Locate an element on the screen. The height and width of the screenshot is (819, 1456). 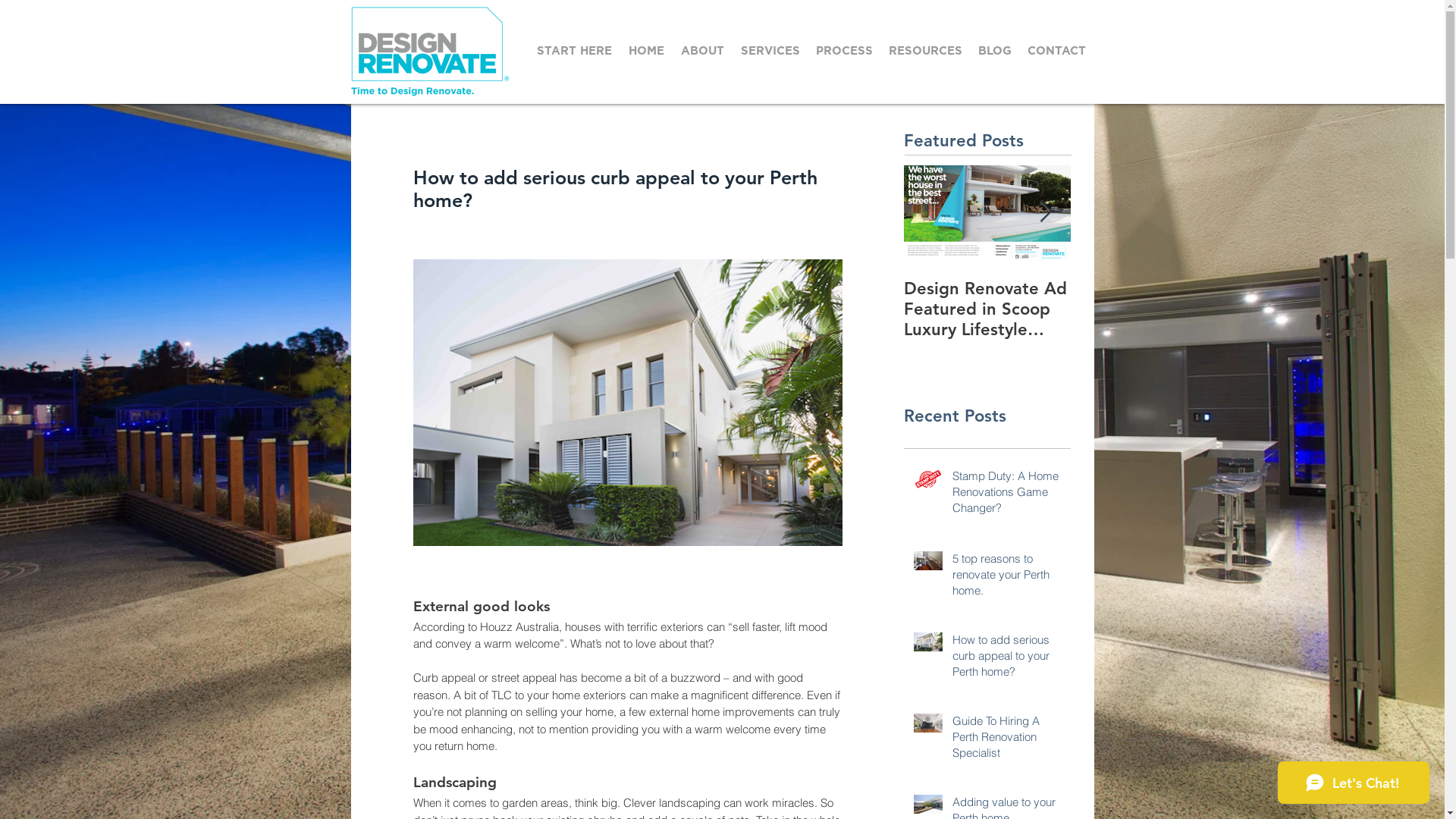
'START HERE' is located at coordinates (574, 50).